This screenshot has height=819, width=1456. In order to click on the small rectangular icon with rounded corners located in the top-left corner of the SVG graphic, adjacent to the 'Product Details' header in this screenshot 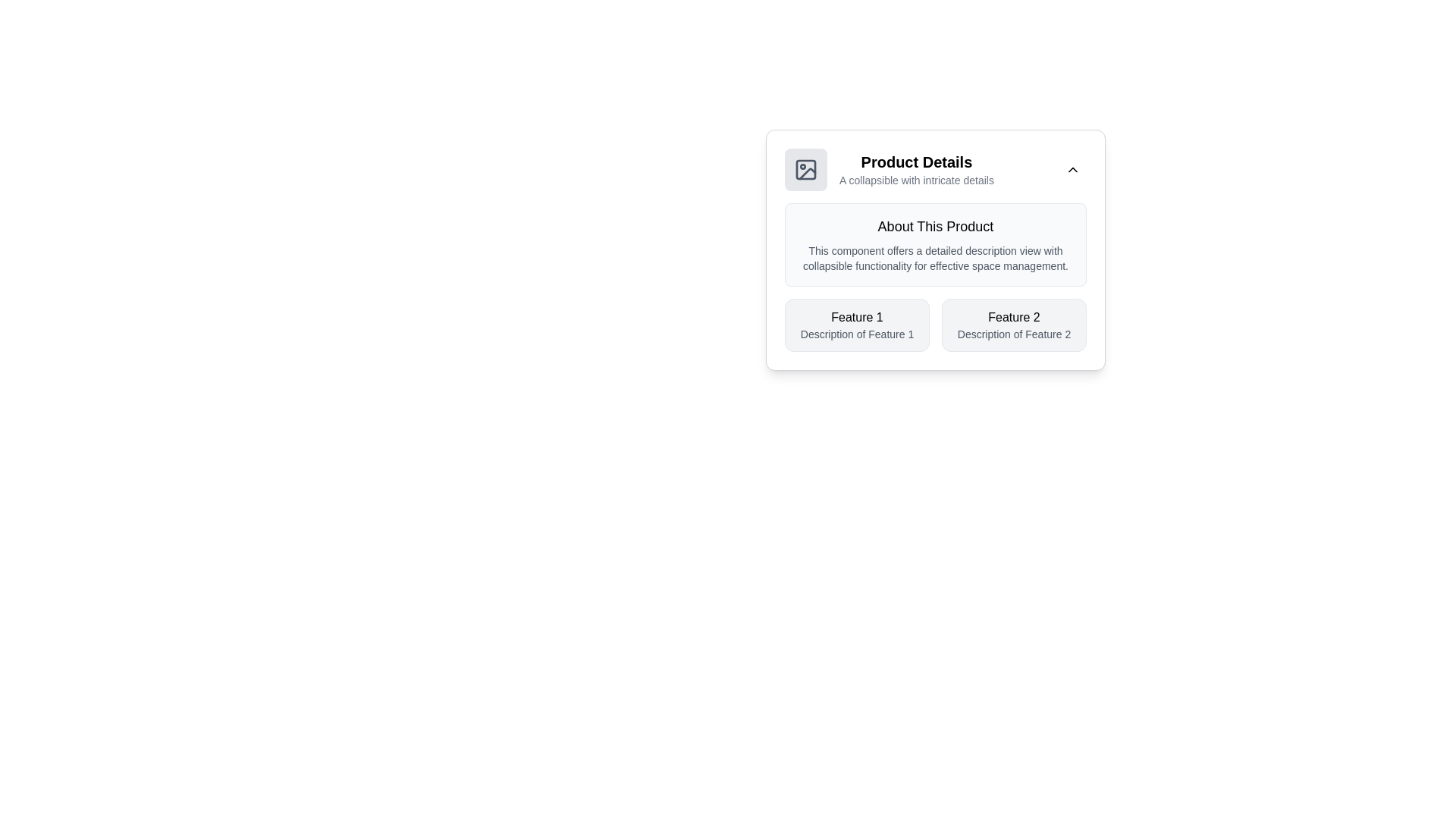, I will do `click(805, 169)`.